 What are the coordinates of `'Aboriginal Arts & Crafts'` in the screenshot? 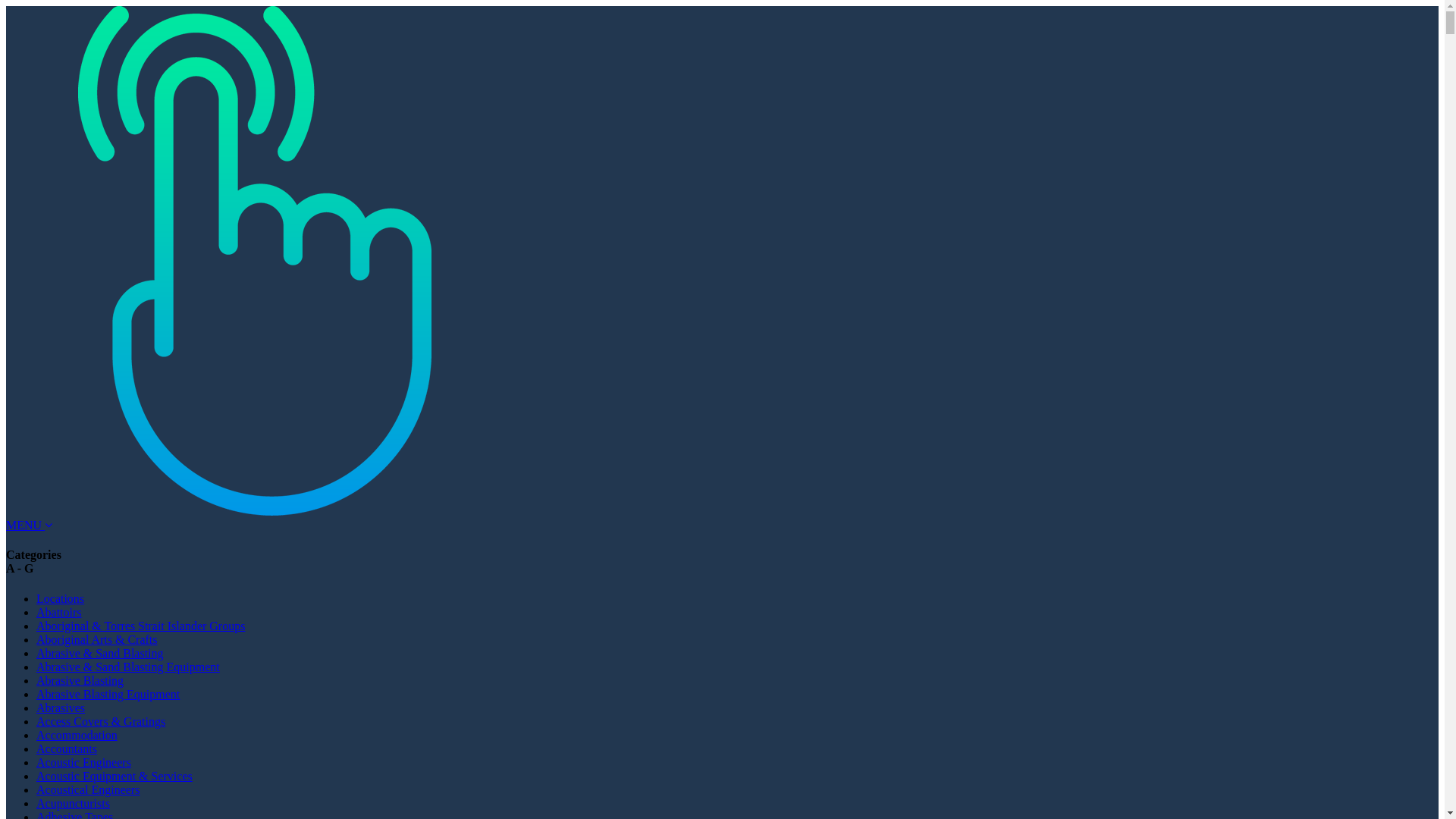 It's located at (96, 639).